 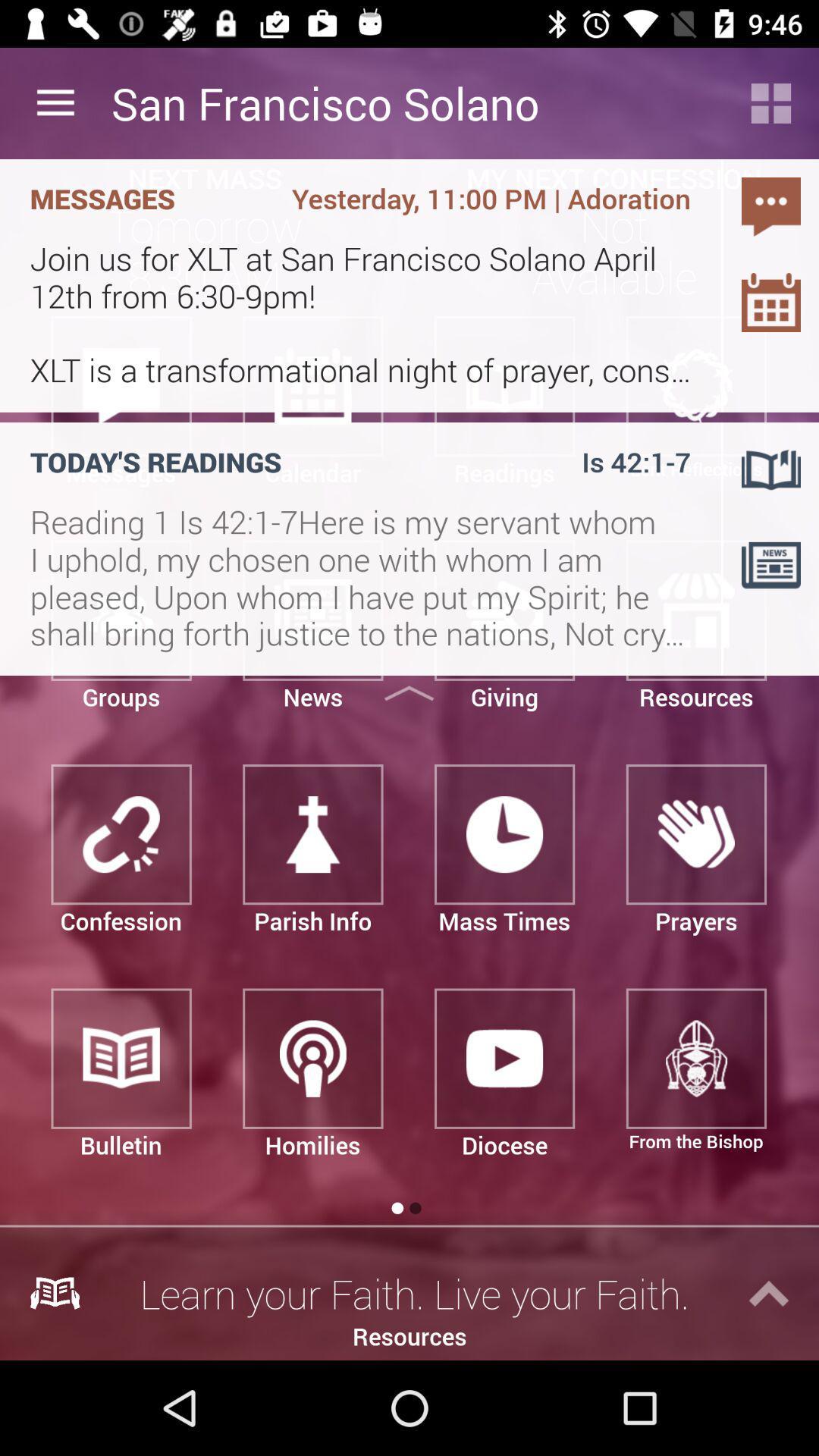 I want to click on the book icon, so click(x=771, y=469).